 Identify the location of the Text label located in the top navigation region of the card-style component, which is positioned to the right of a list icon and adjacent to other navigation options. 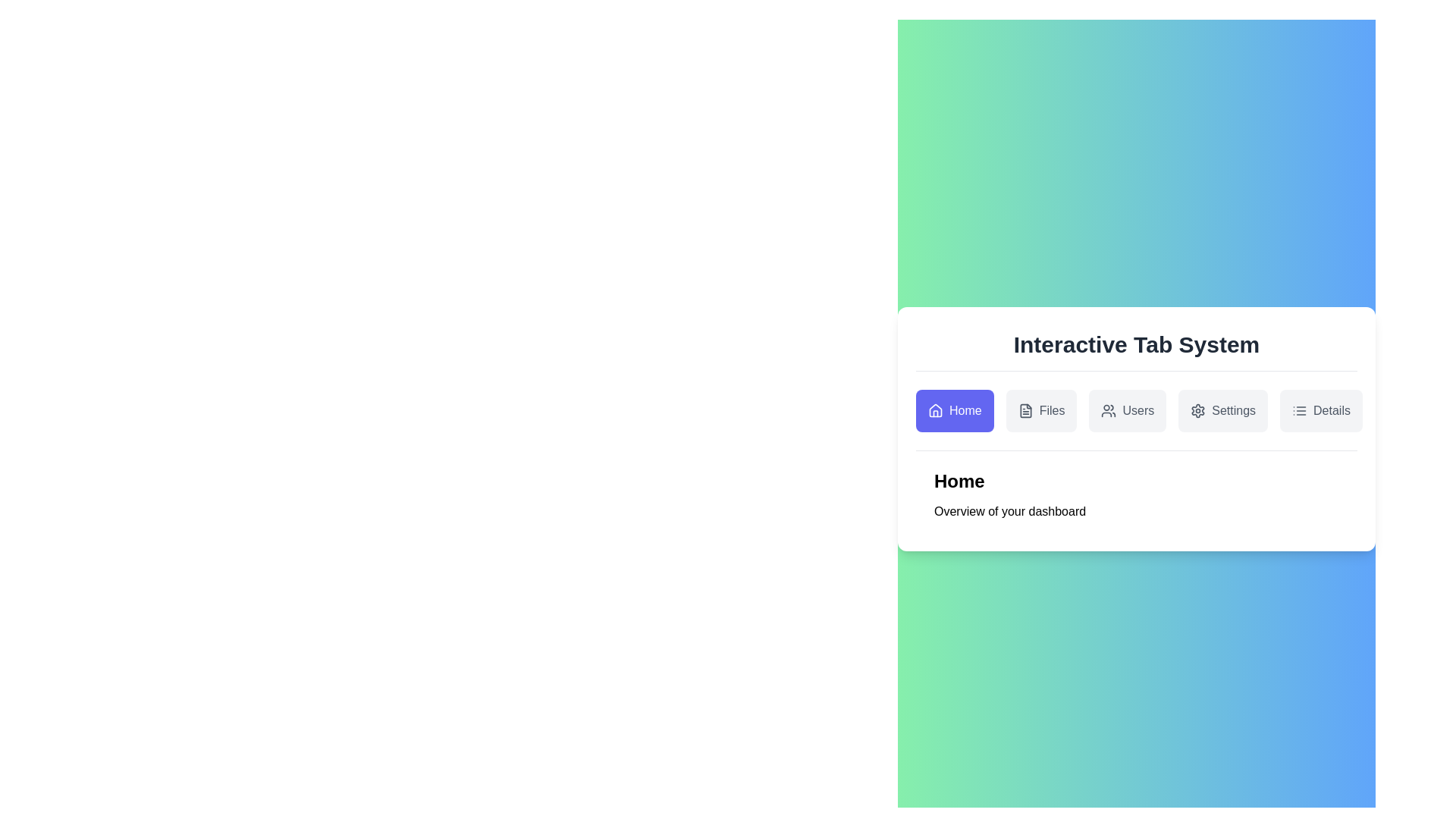
(1331, 411).